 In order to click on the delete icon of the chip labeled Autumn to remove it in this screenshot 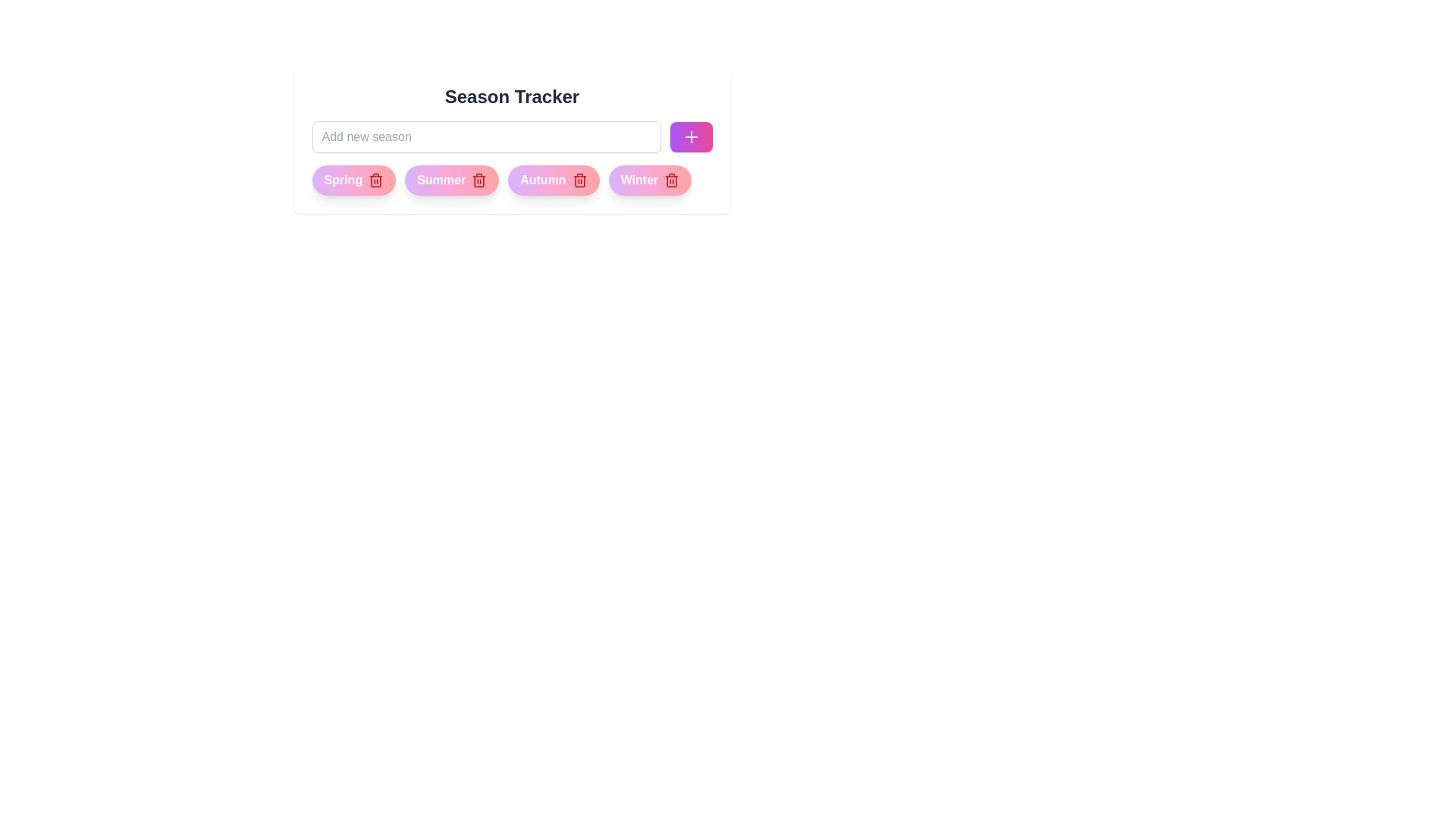, I will do `click(579, 180)`.